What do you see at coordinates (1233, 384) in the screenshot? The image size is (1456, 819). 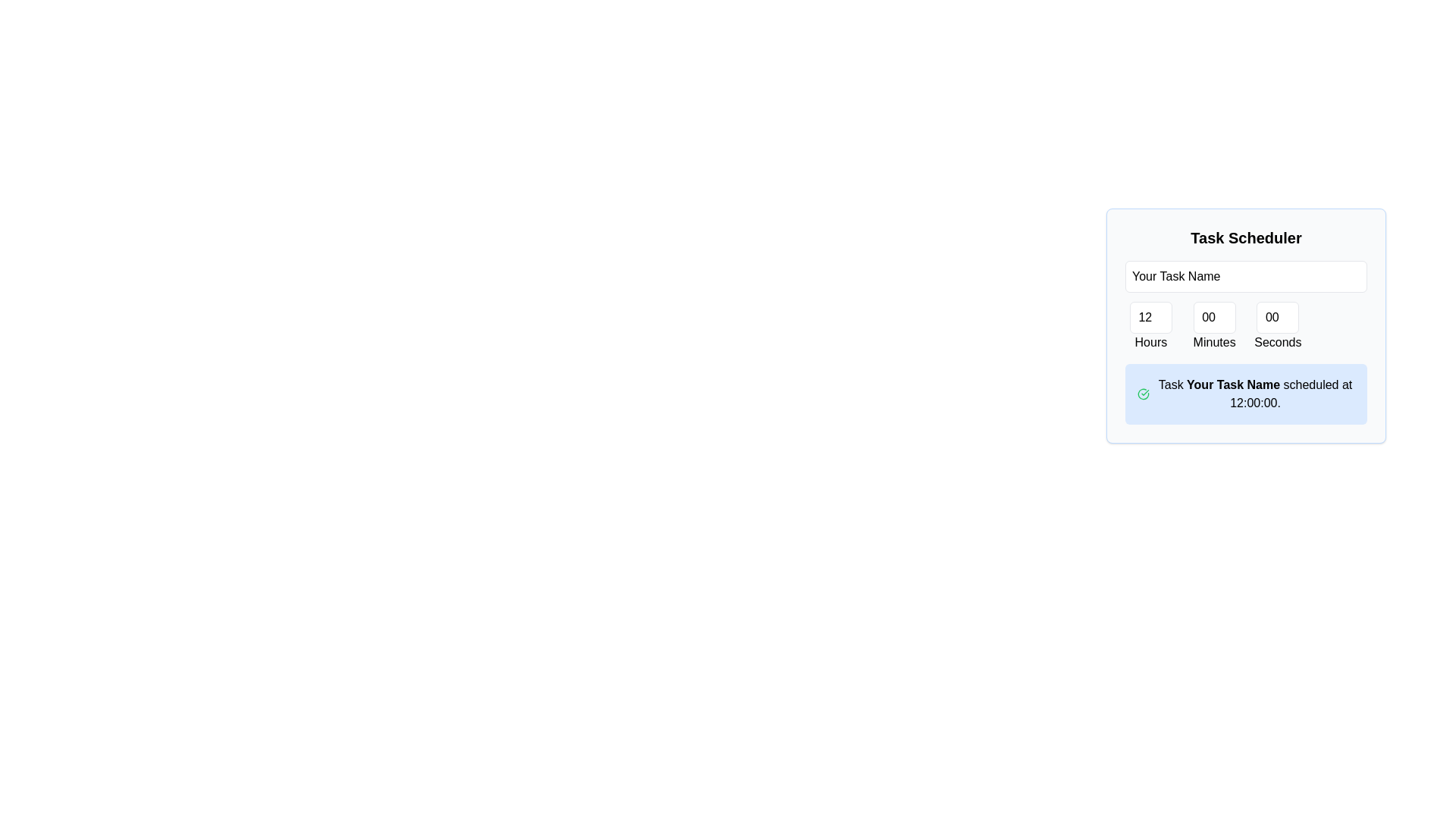 I see `the static text label indicating the user-defined task name within the notification in the task scheduler interface` at bounding box center [1233, 384].